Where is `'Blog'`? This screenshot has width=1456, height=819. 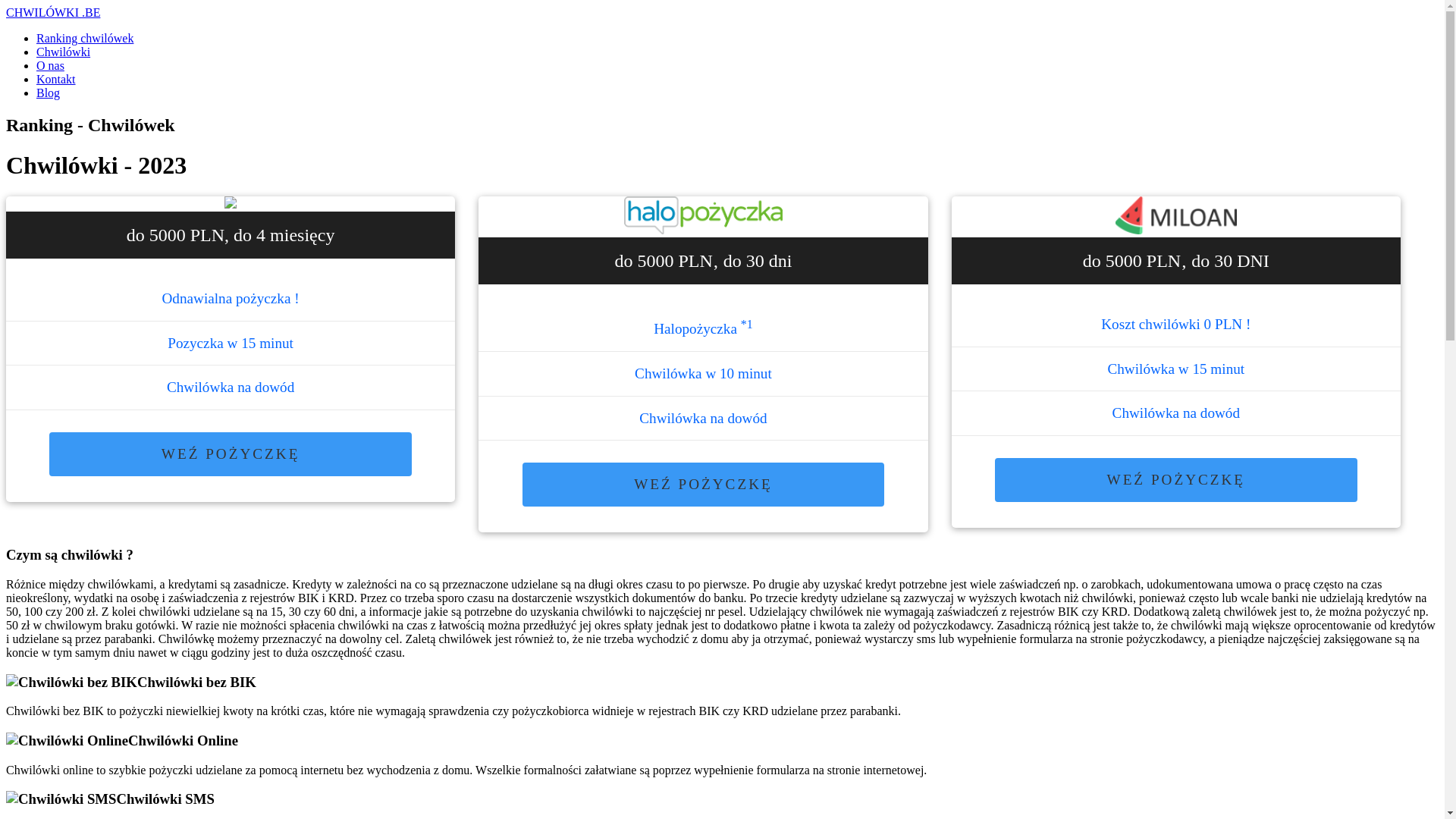
'Blog' is located at coordinates (48, 93).